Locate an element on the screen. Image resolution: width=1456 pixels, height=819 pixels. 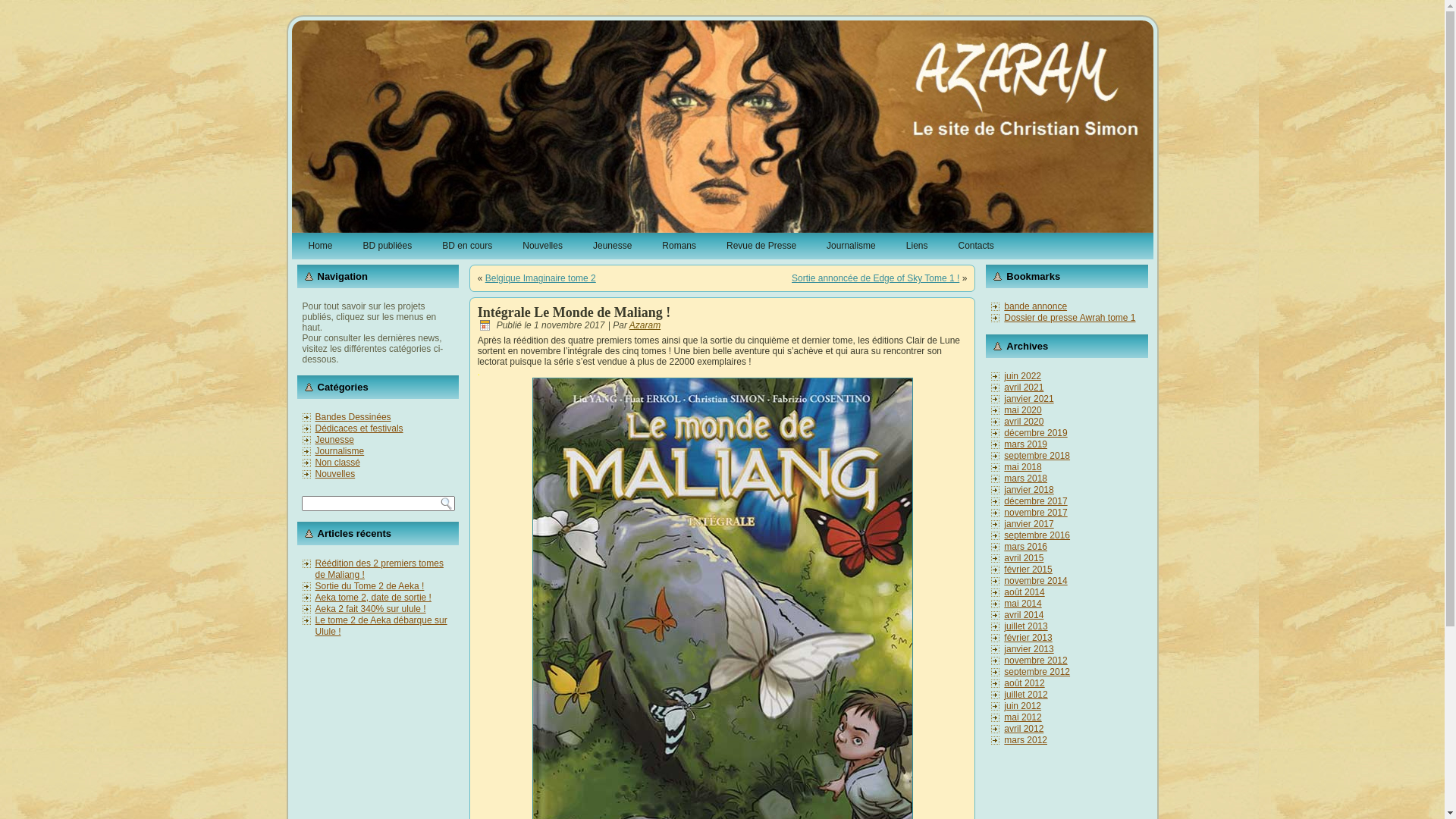
'bande annonce' is located at coordinates (1034, 306).